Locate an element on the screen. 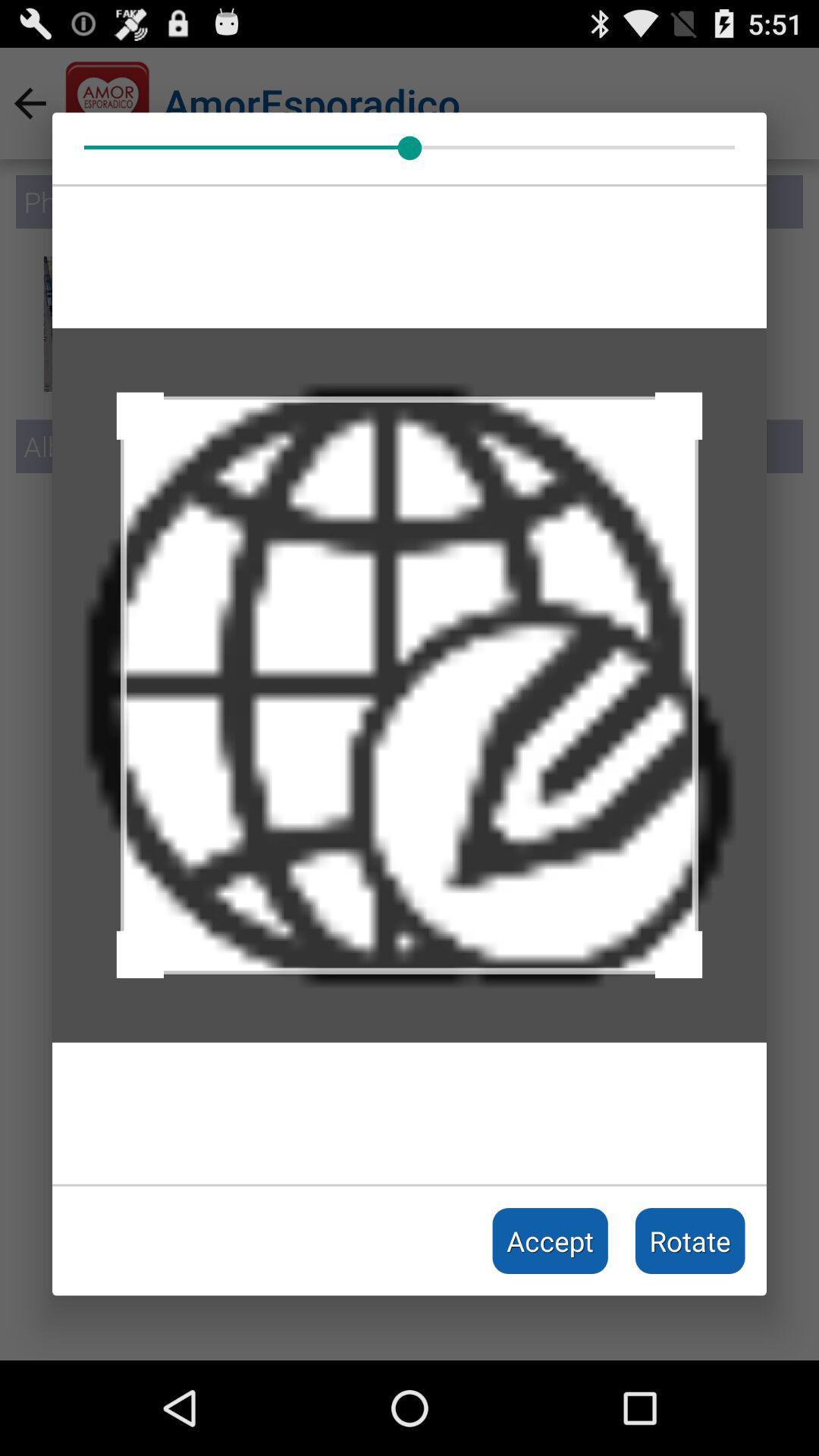  the rotate item is located at coordinates (690, 1241).